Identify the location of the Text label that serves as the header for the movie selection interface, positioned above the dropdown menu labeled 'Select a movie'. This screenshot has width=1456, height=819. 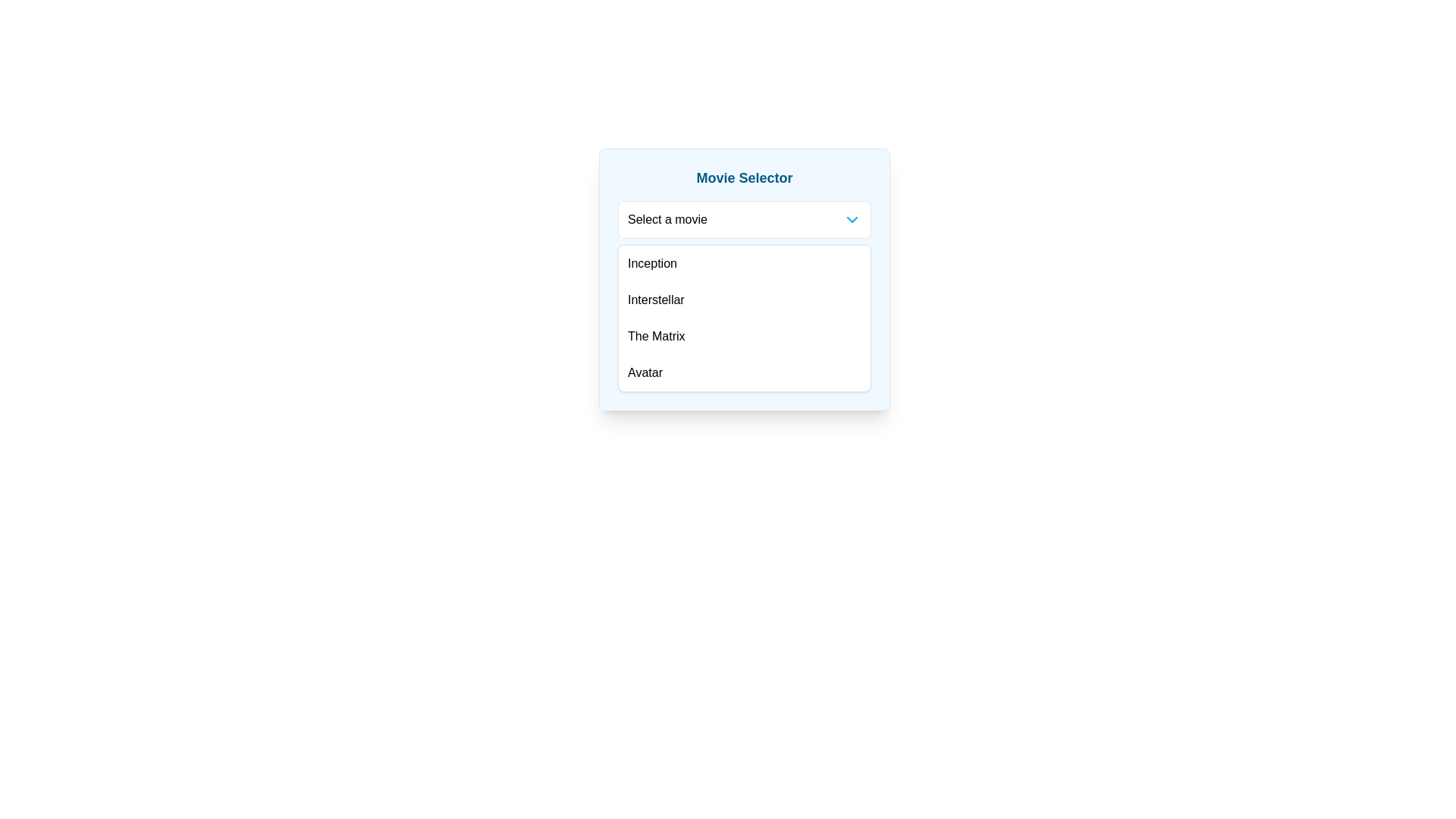
(745, 177).